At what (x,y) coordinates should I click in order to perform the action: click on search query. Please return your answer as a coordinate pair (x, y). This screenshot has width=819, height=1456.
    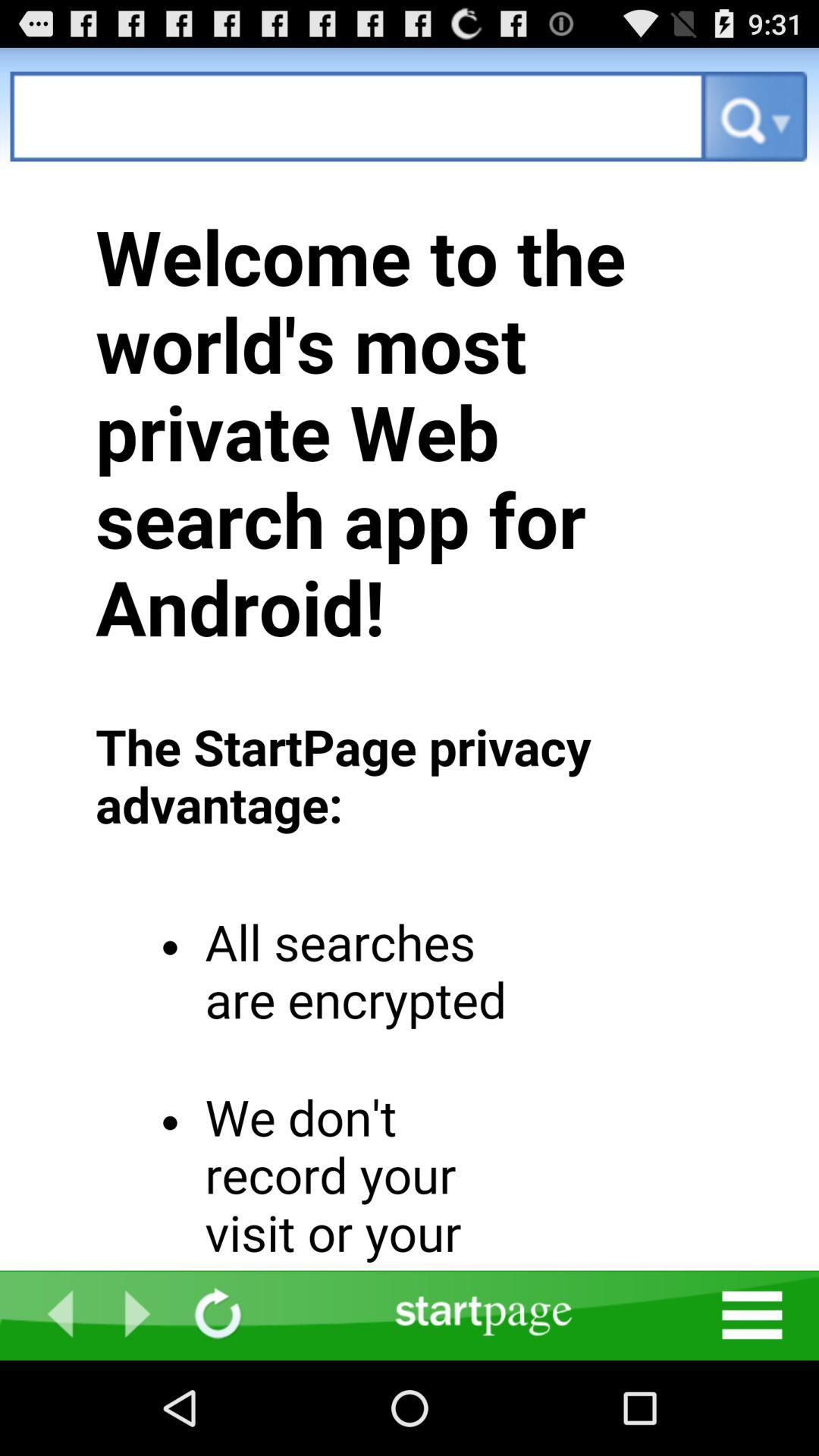
    Looking at the image, I should click on (357, 115).